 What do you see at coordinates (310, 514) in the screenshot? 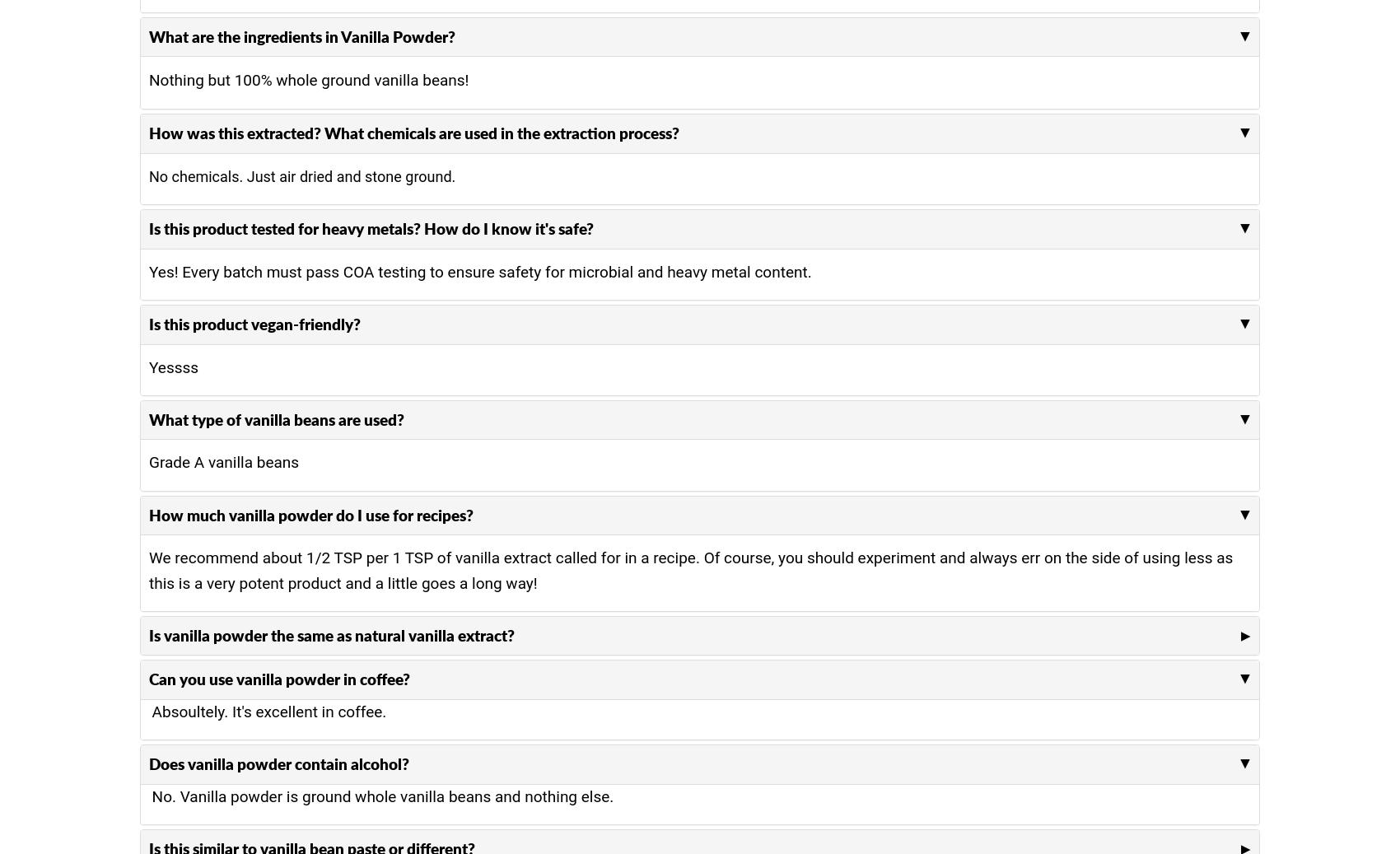
I see `'How much vanilla powder do I use for recipes?'` at bounding box center [310, 514].